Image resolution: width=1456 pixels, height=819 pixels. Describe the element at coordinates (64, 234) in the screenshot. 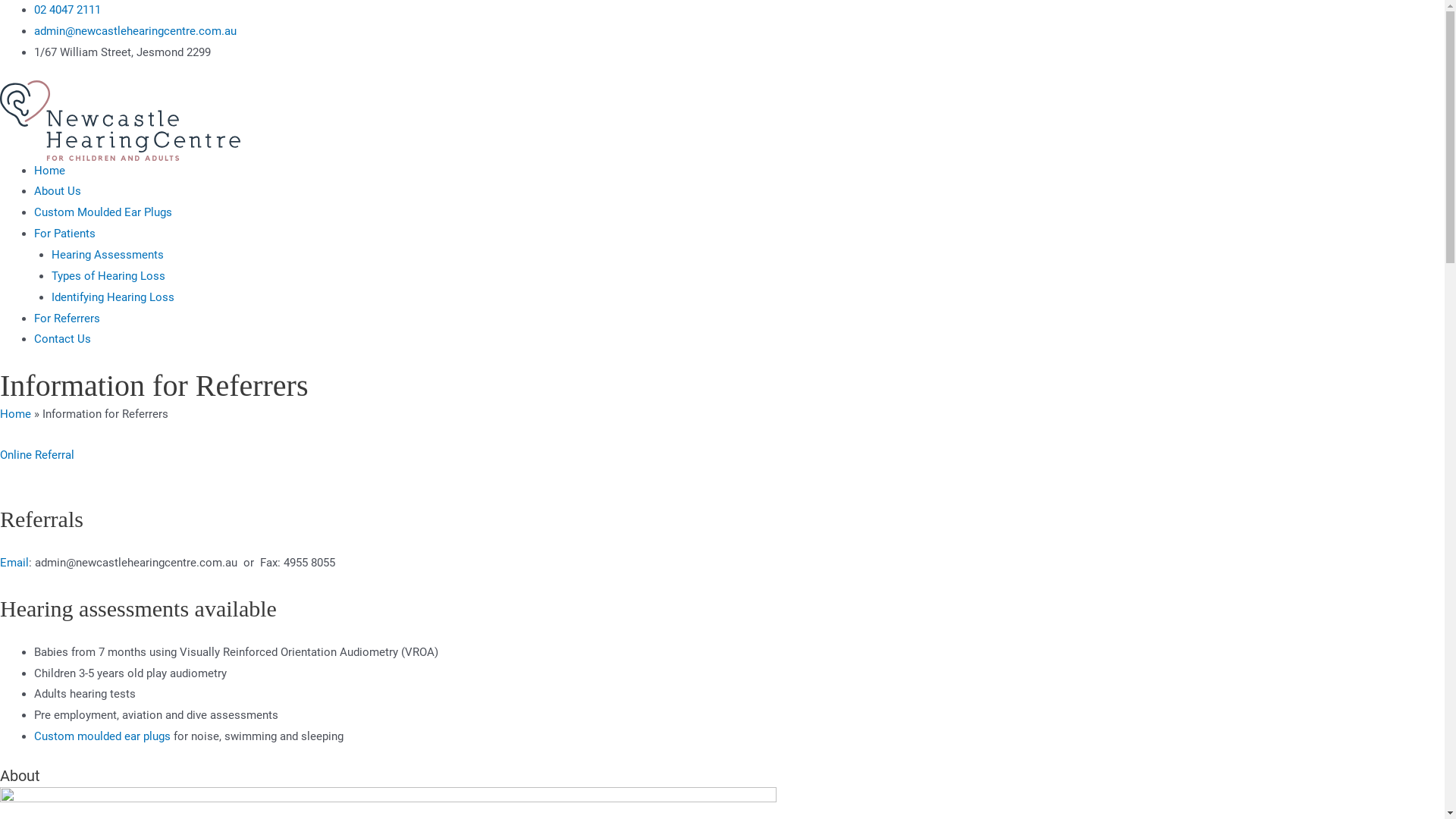

I see `'For Patients'` at that location.